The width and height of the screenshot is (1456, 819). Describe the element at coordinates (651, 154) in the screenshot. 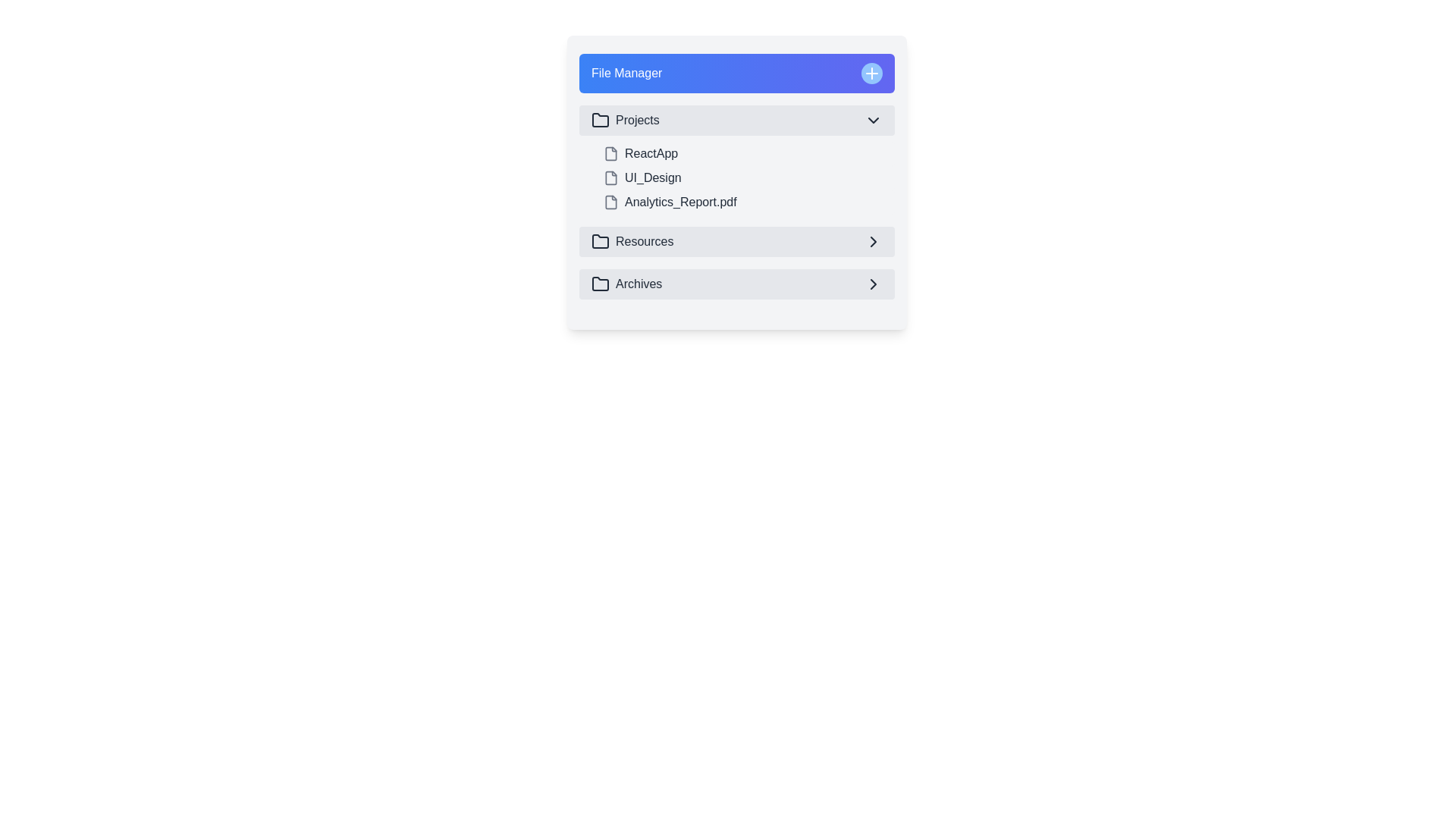

I see `the 'ReactApp' text label associated with a file` at that location.